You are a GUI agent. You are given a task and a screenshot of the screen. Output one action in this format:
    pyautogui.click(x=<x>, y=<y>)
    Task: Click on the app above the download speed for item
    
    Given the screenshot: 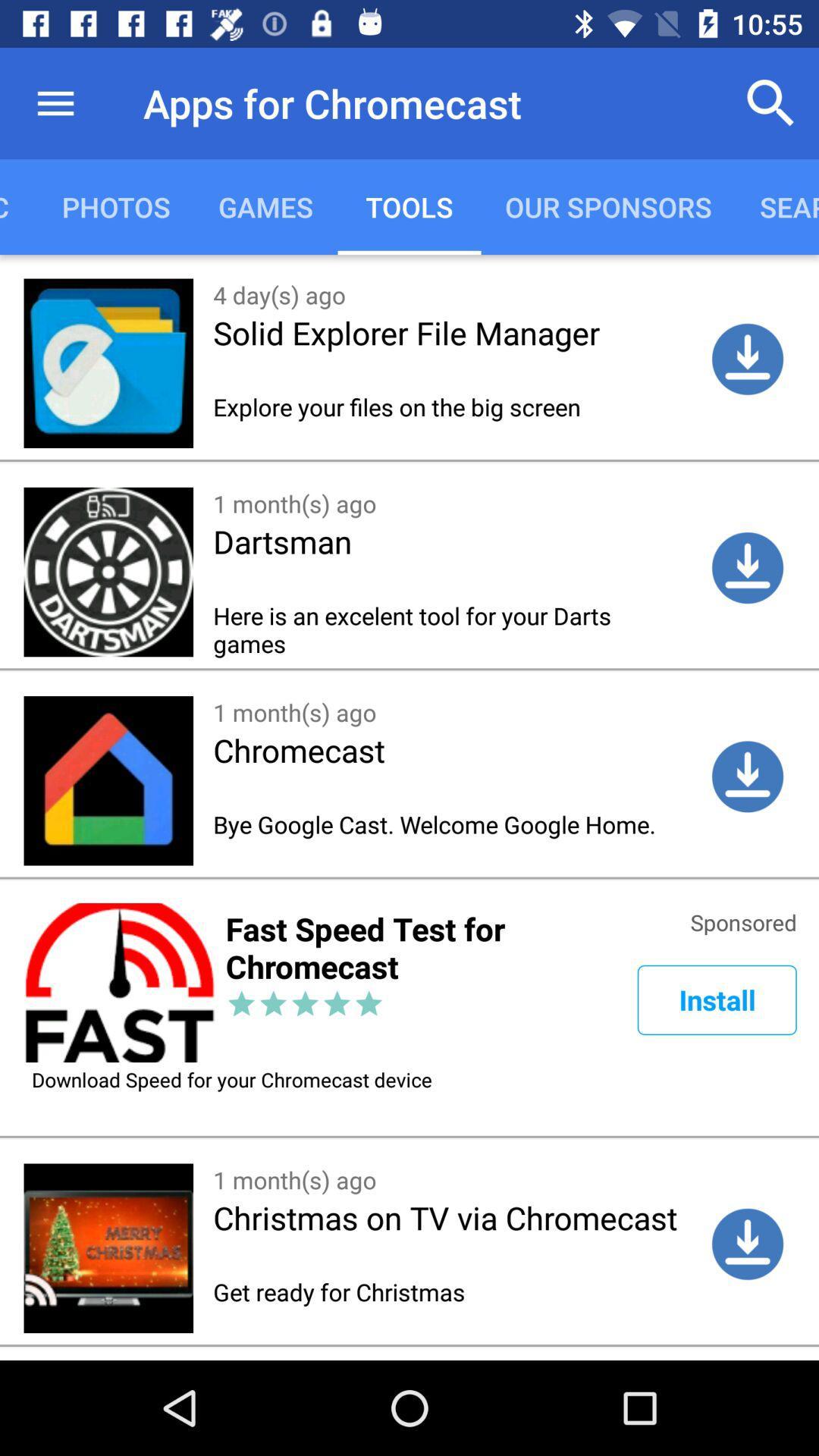 What is the action you would take?
    pyautogui.click(x=717, y=999)
    